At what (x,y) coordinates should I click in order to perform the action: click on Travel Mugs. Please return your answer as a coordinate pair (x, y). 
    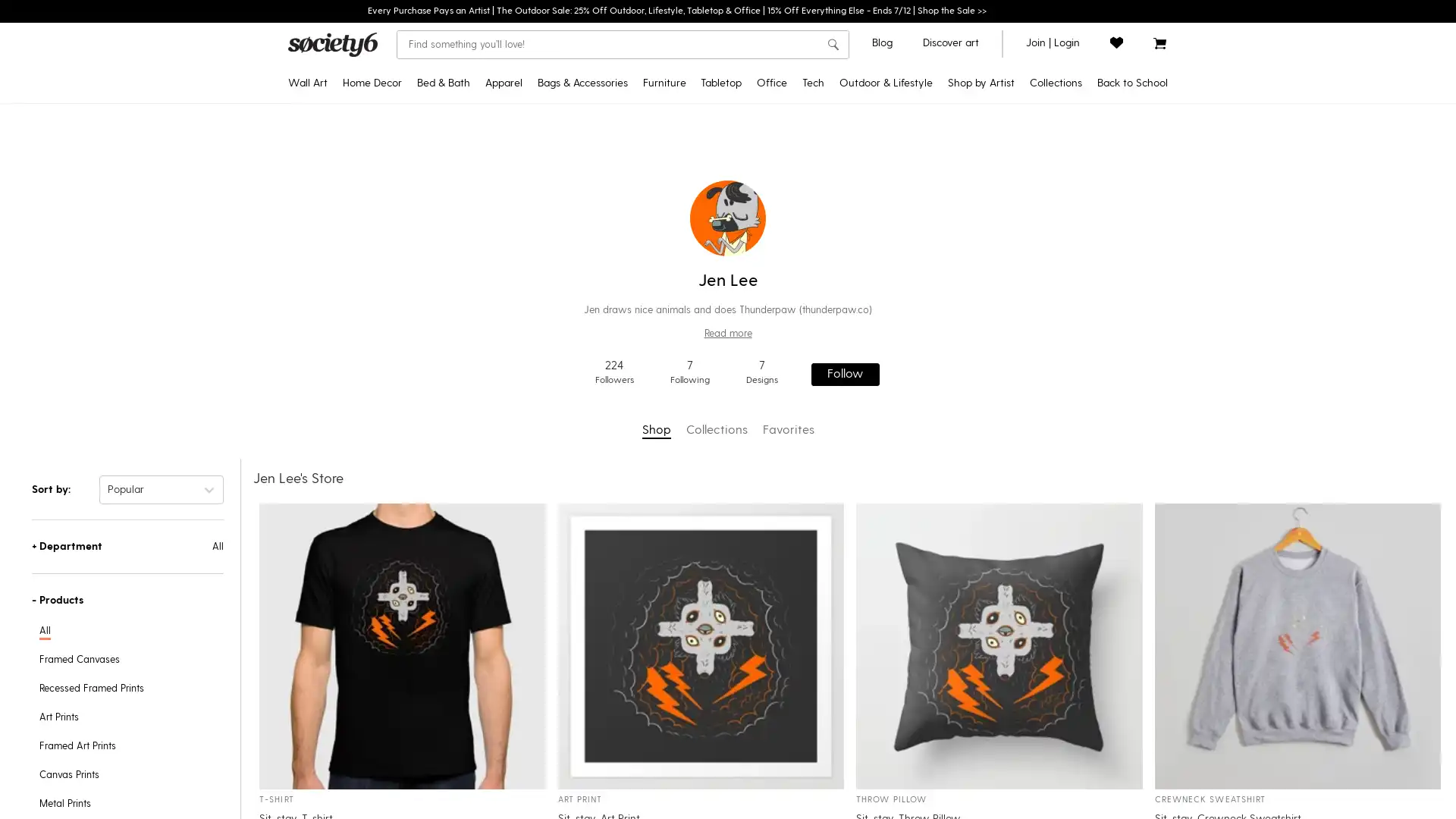
    Looking at the image, I should click on (749, 146).